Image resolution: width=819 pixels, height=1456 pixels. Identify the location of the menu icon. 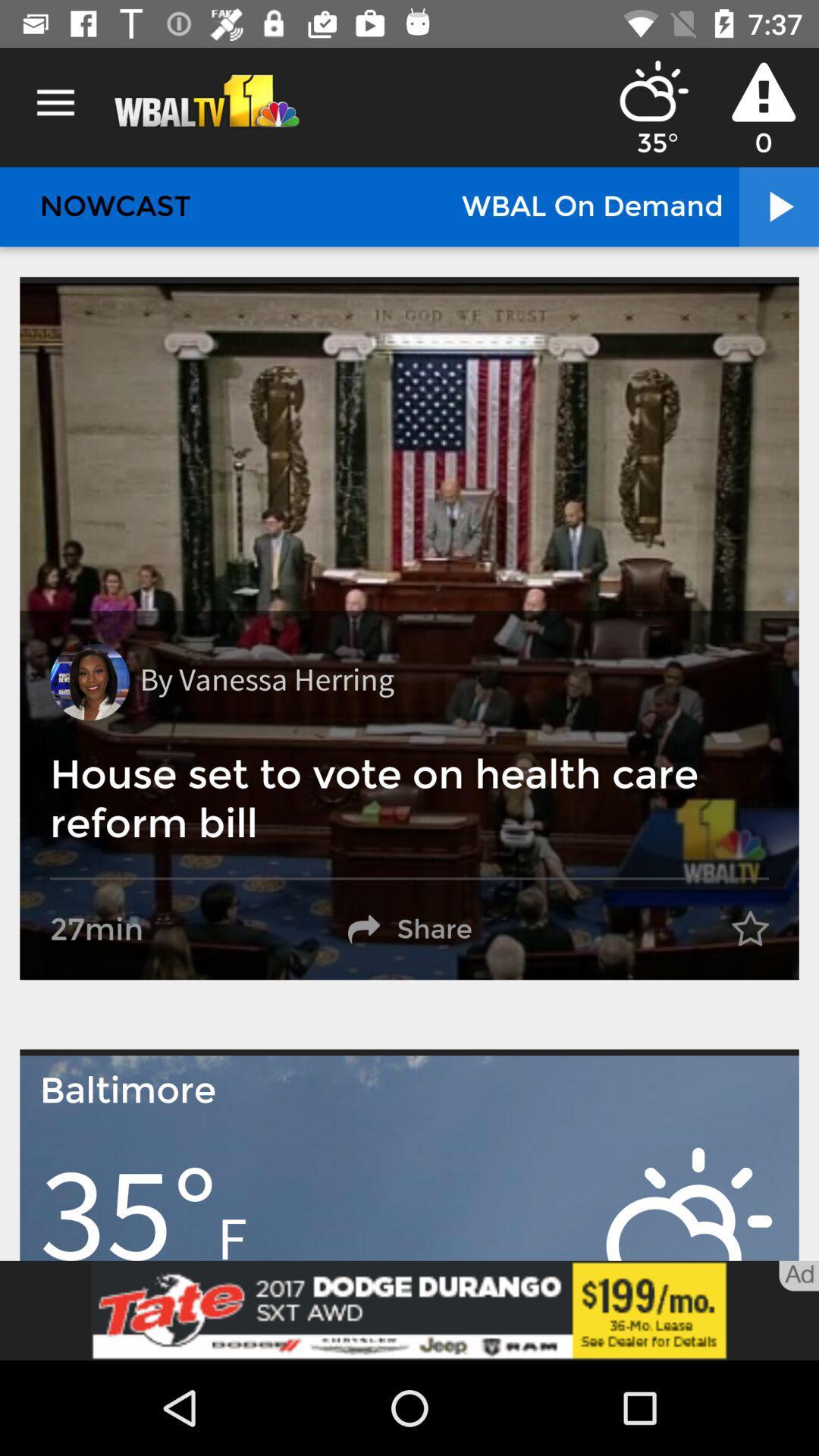
(55, 102).